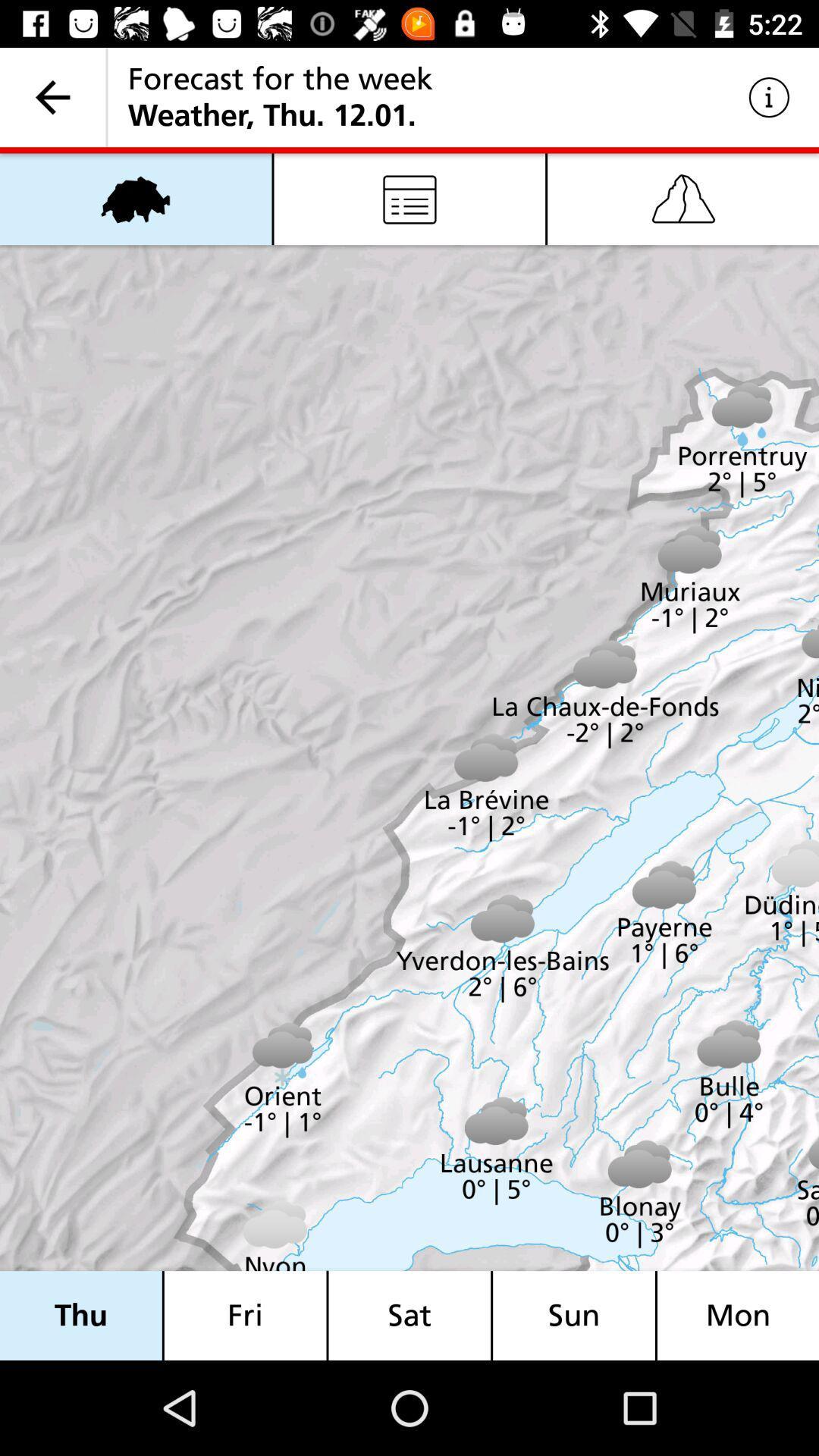  Describe the element at coordinates (409, 199) in the screenshot. I see `the notes icon` at that location.